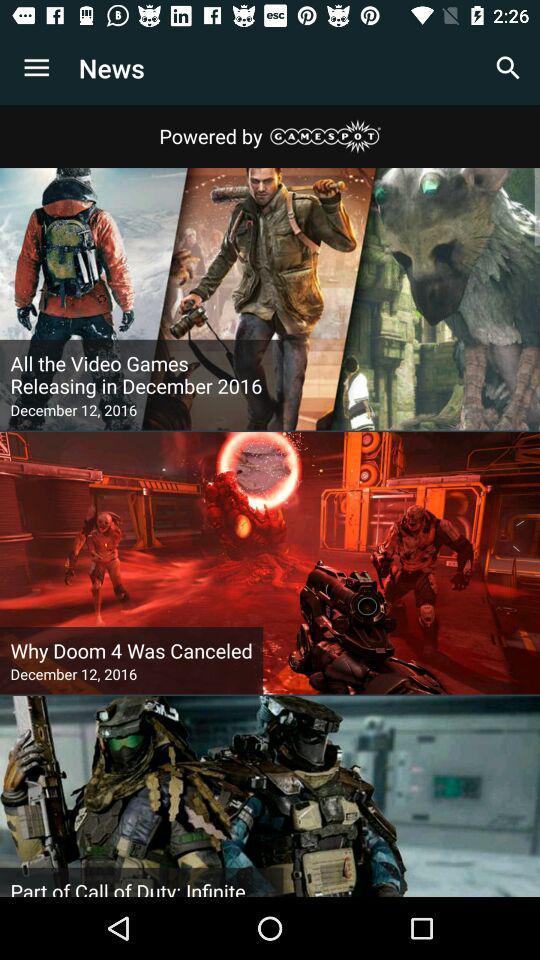 Image resolution: width=540 pixels, height=960 pixels. What do you see at coordinates (140, 374) in the screenshot?
I see `the icon above december 12, 2016 icon` at bounding box center [140, 374].